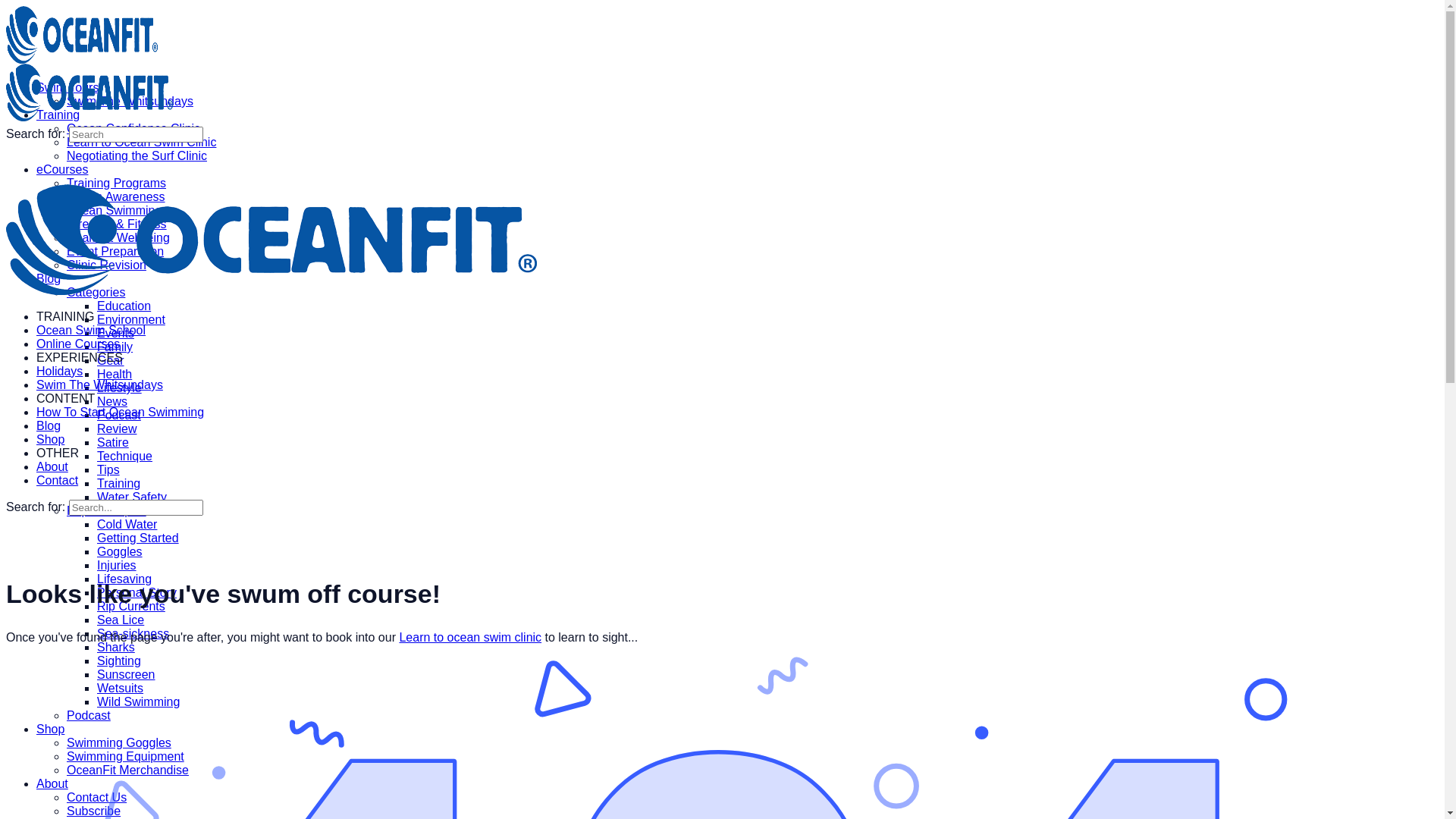  I want to click on 'Holidays', so click(59, 371).